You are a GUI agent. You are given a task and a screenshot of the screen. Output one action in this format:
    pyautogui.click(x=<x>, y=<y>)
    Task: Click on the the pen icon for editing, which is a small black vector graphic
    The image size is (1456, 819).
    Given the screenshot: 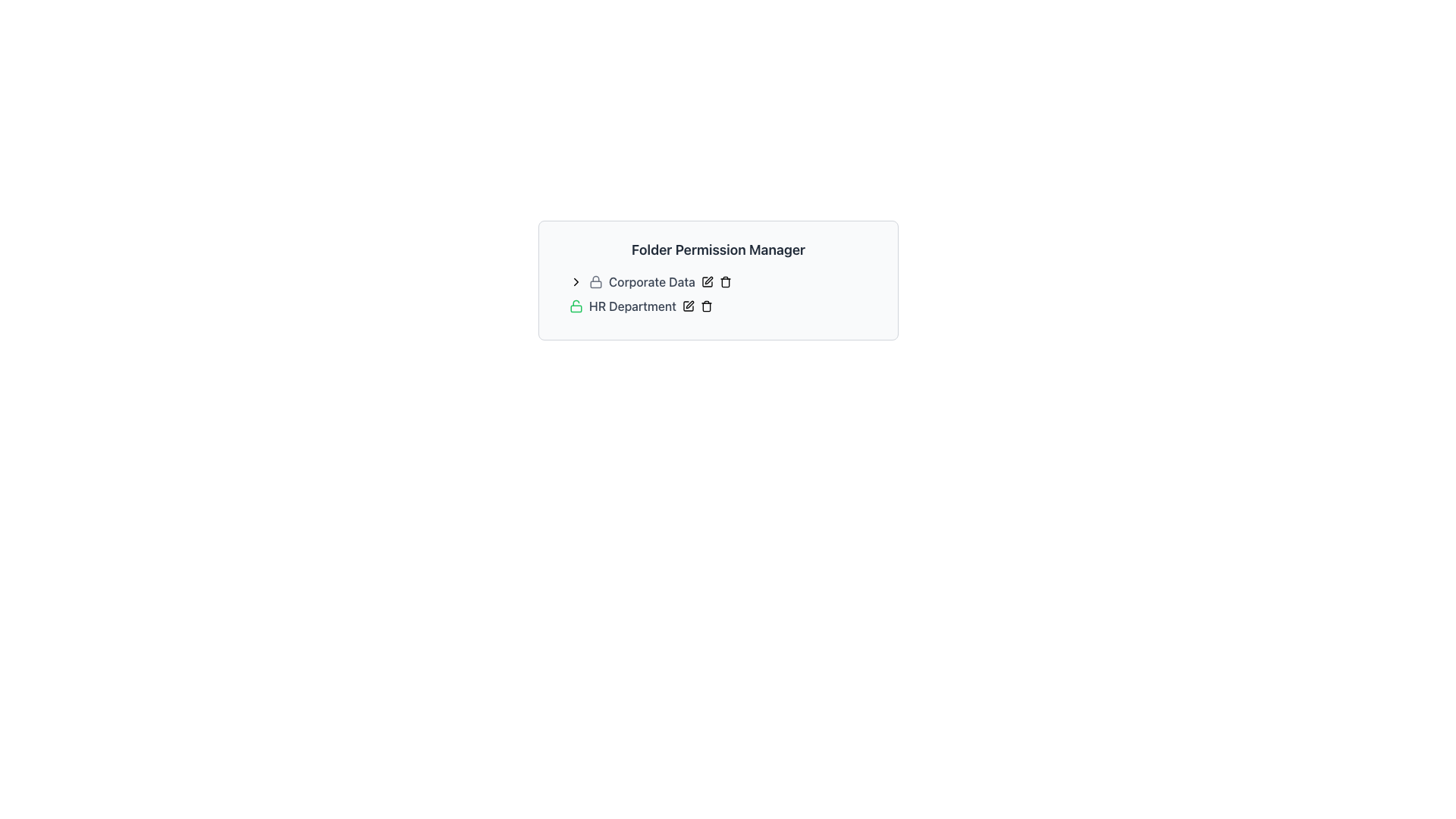 What is the action you would take?
    pyautogui.click(x=689, y=304)
    